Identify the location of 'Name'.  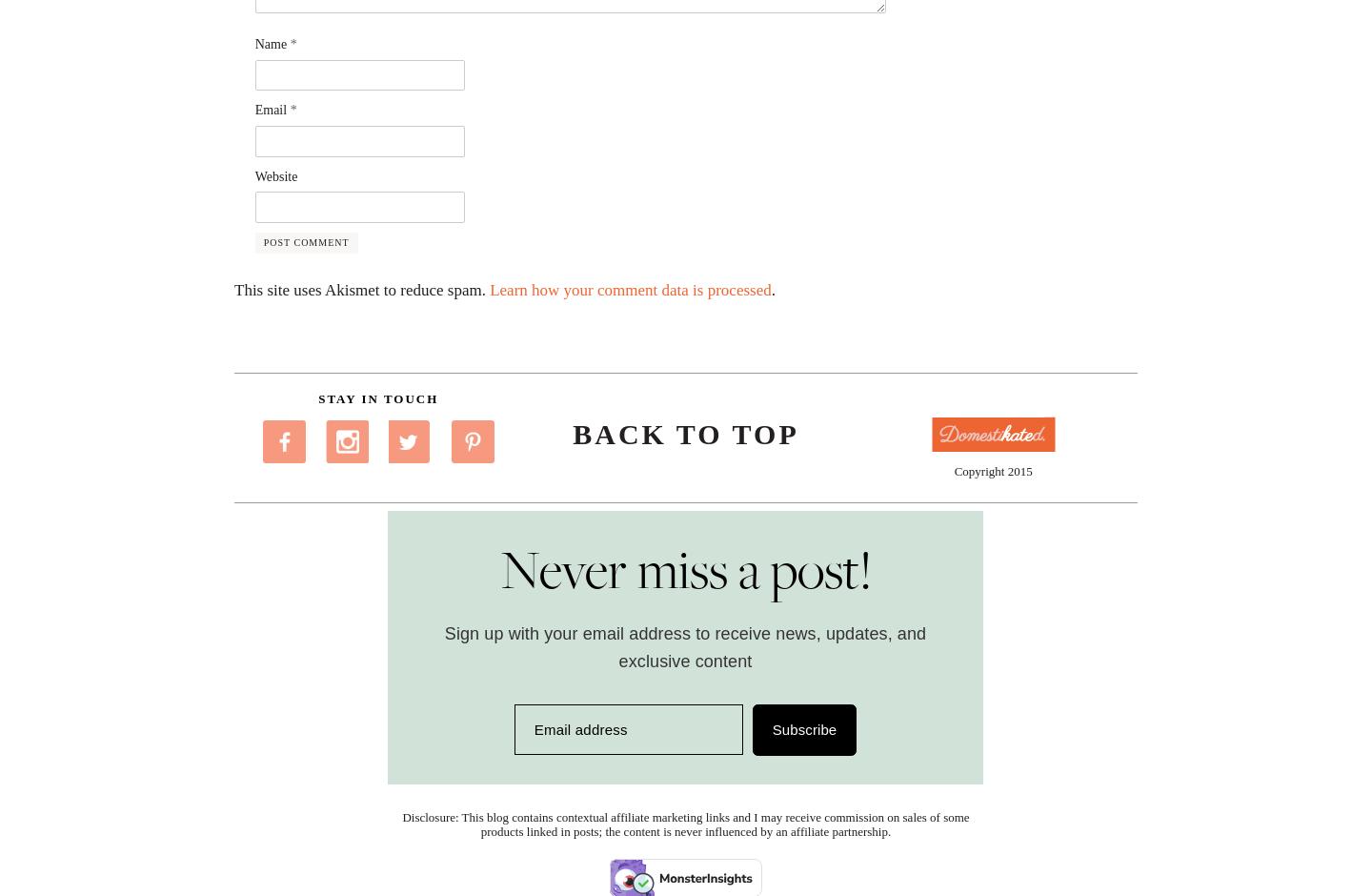
(271, 43).